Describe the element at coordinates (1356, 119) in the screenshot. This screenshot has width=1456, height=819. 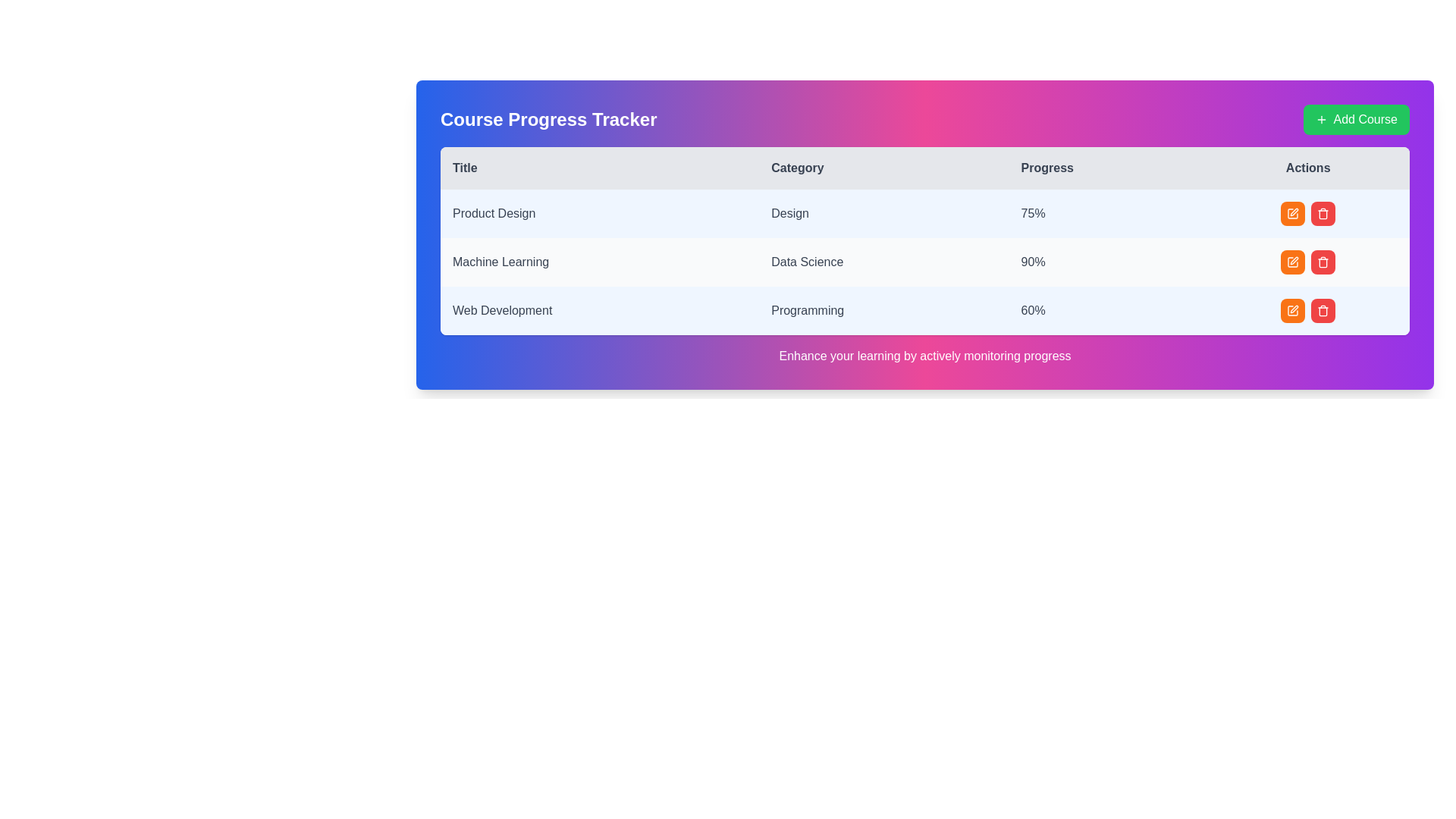
I see `the 'Add Course' button located in the top-right corner of the 'Course Progress Tracker' panel` at that location.